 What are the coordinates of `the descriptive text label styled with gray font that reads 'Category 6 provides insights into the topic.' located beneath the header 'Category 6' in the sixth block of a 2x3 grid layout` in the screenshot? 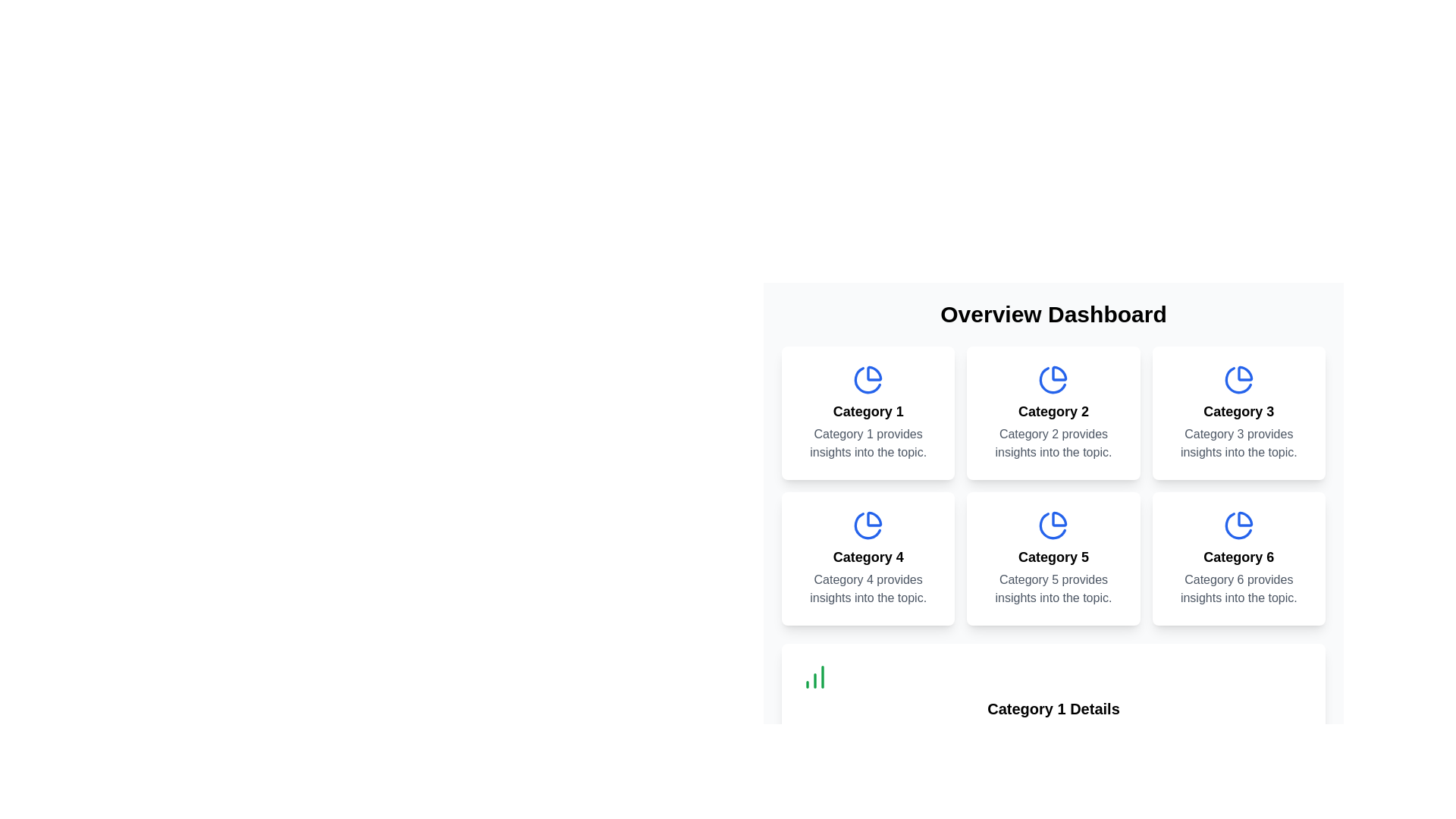 It's located at (1238, 588).